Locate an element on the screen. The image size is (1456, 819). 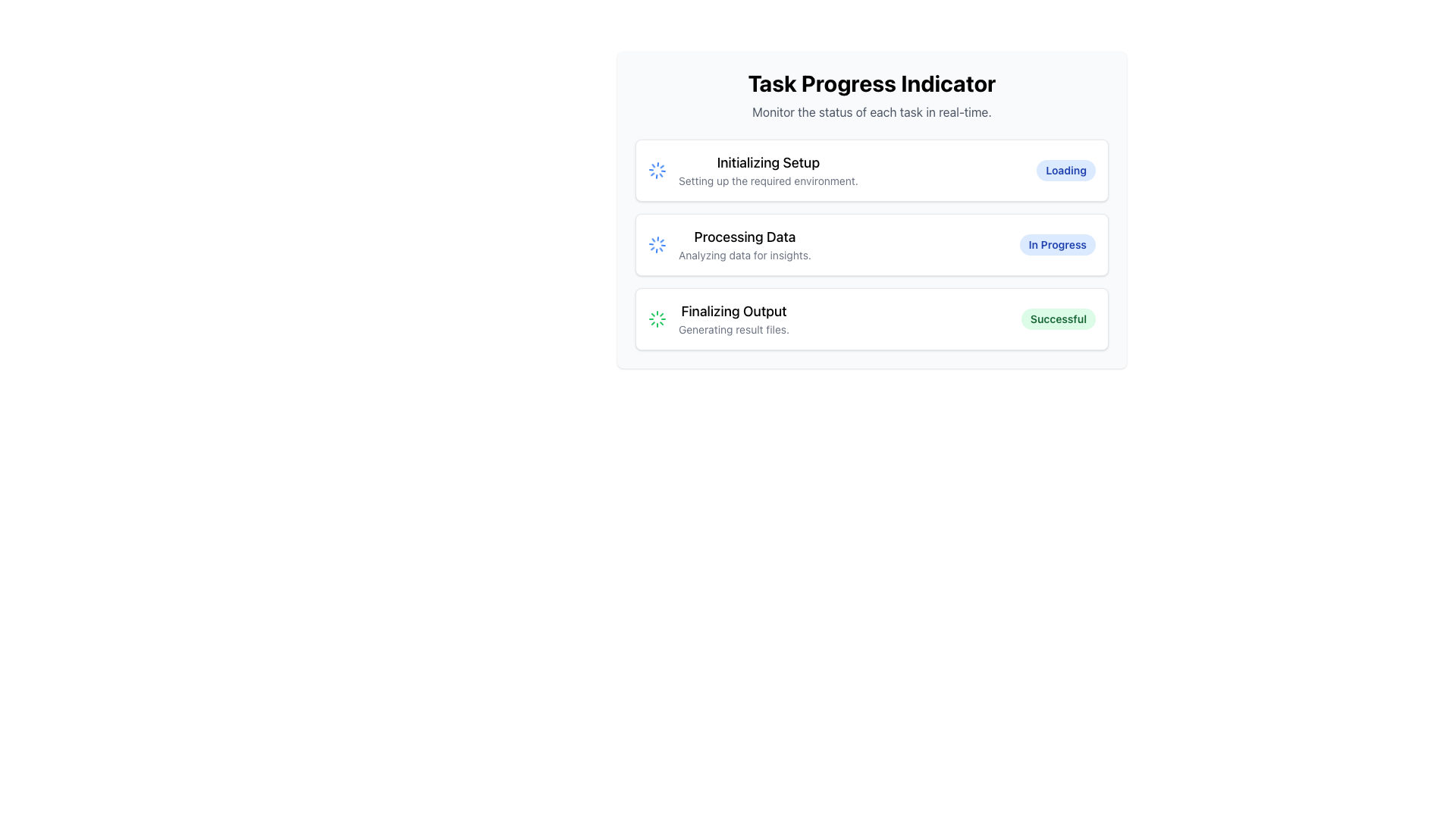
the Status indicator displaying 'Processing Data' within the Task Progress Indicator section, located between 'Initializing Setup' and 'Finalizing Output' is located at coordinates (745, 244).